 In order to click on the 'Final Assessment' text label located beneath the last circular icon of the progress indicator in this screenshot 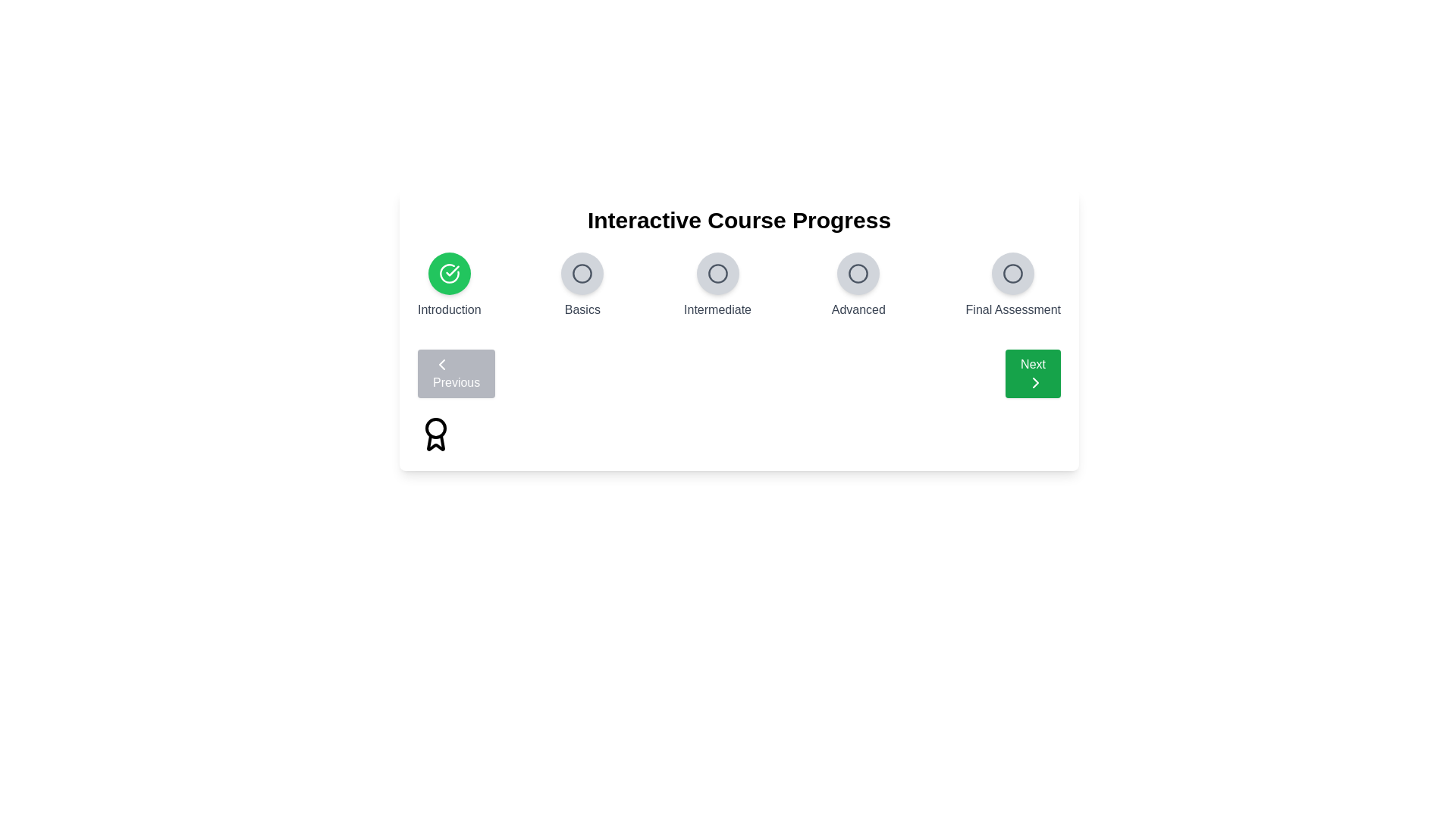, I will do `click(1013, 309)`.